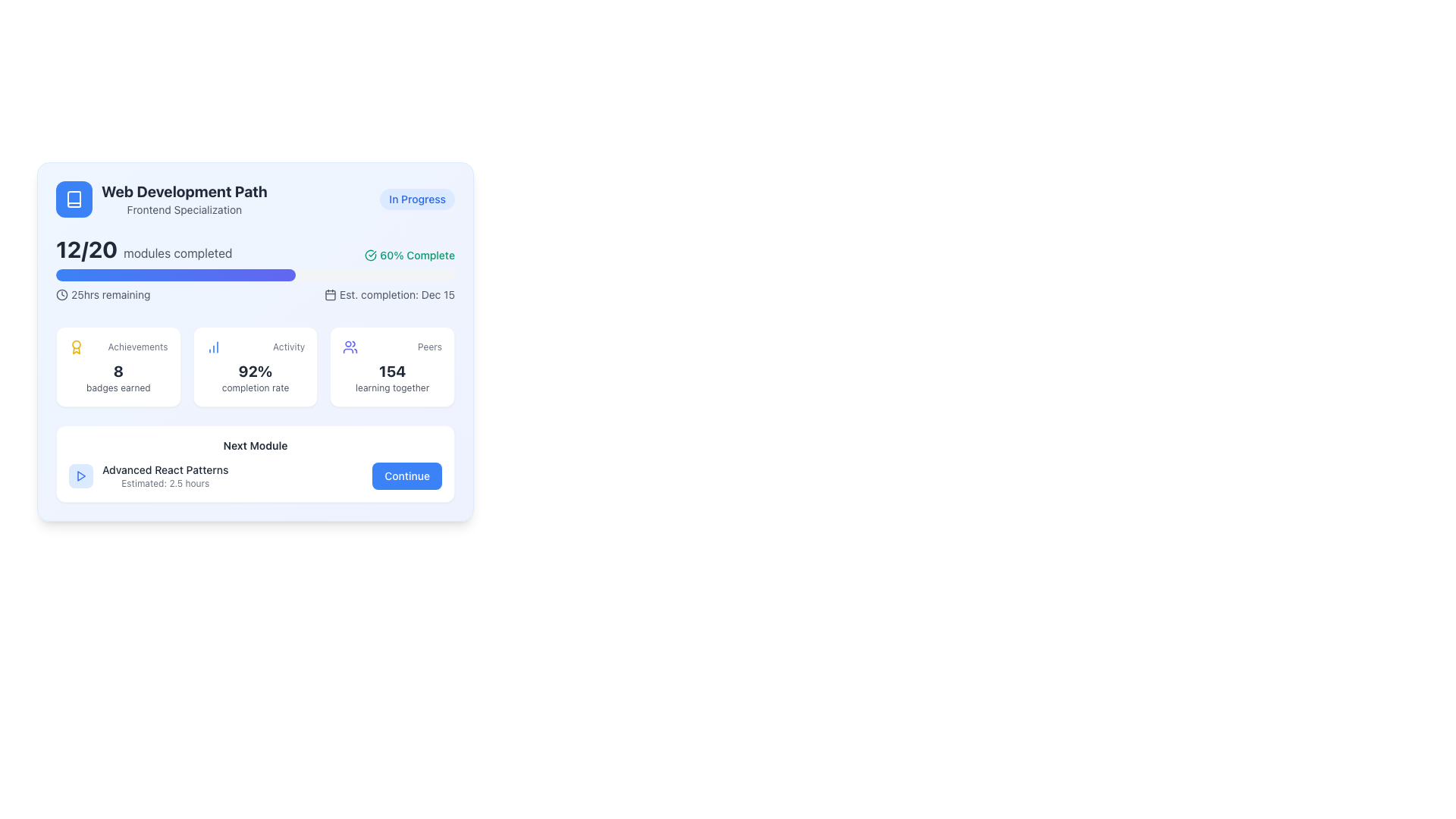 The width and height of the screenshot is (1456, 819). What do you see at coordinates (255, 388) in the screenshot?
I see `the descriptive label indicating a completion rate of '92%' located at the bottom of the card component` at bounding box center [255, 388].